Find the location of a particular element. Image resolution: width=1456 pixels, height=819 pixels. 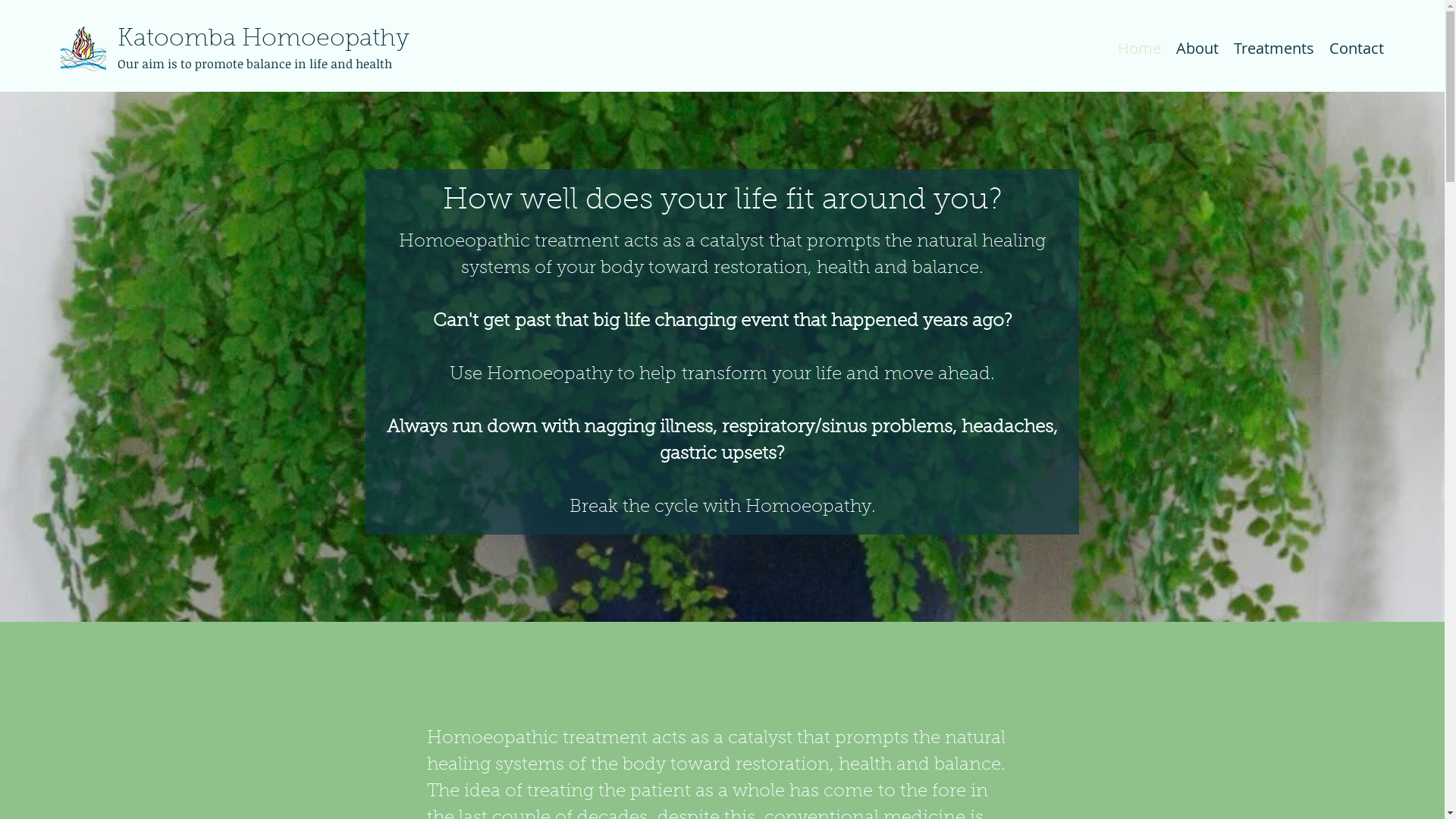

'Katoomba Homoeopathy' is located at coordinates (263, 38).